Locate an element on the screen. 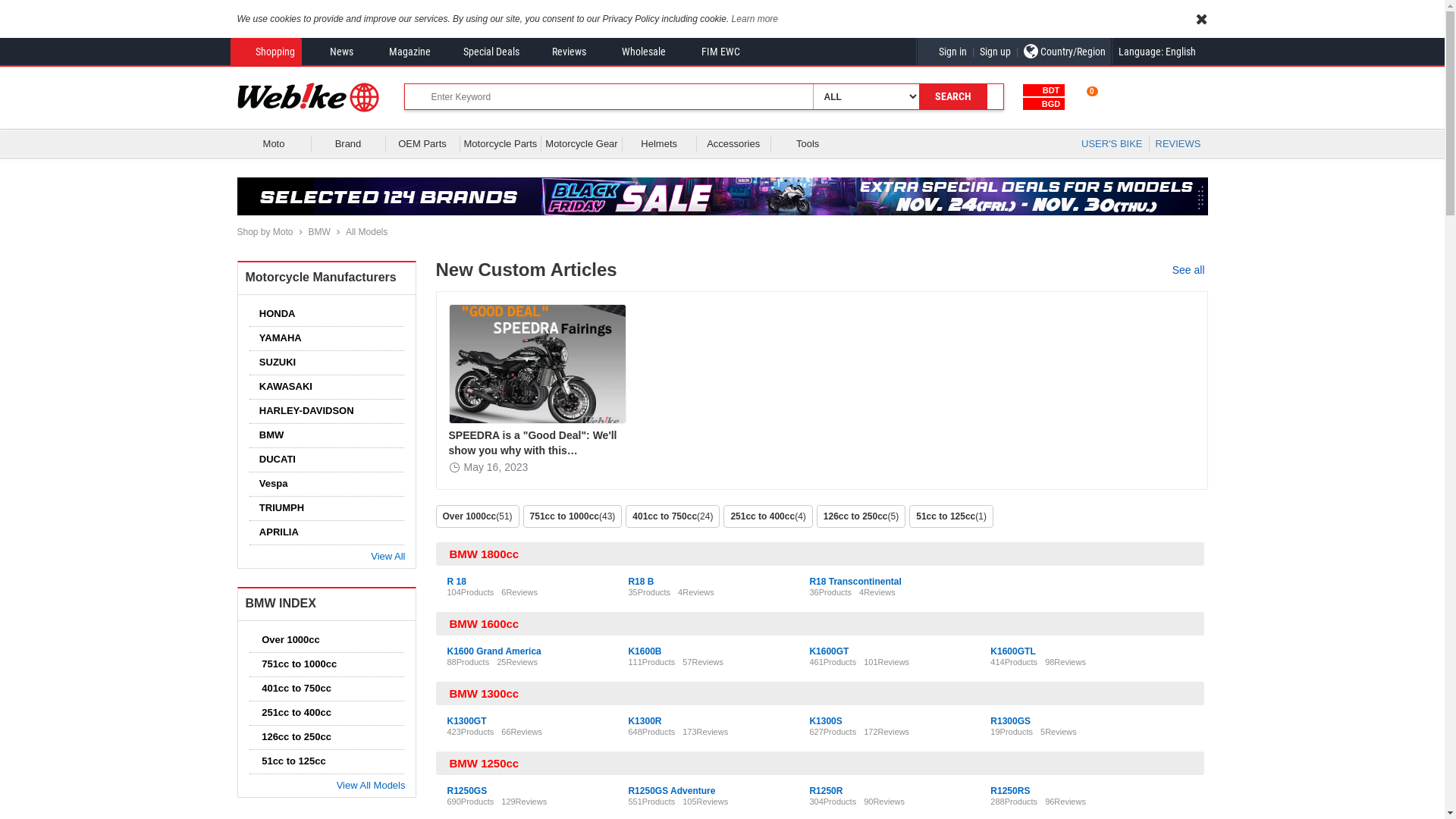 Image resolution: width=1456 pixels, height=819 pixels. 'Magazine' is located at coordinates (399, 51).